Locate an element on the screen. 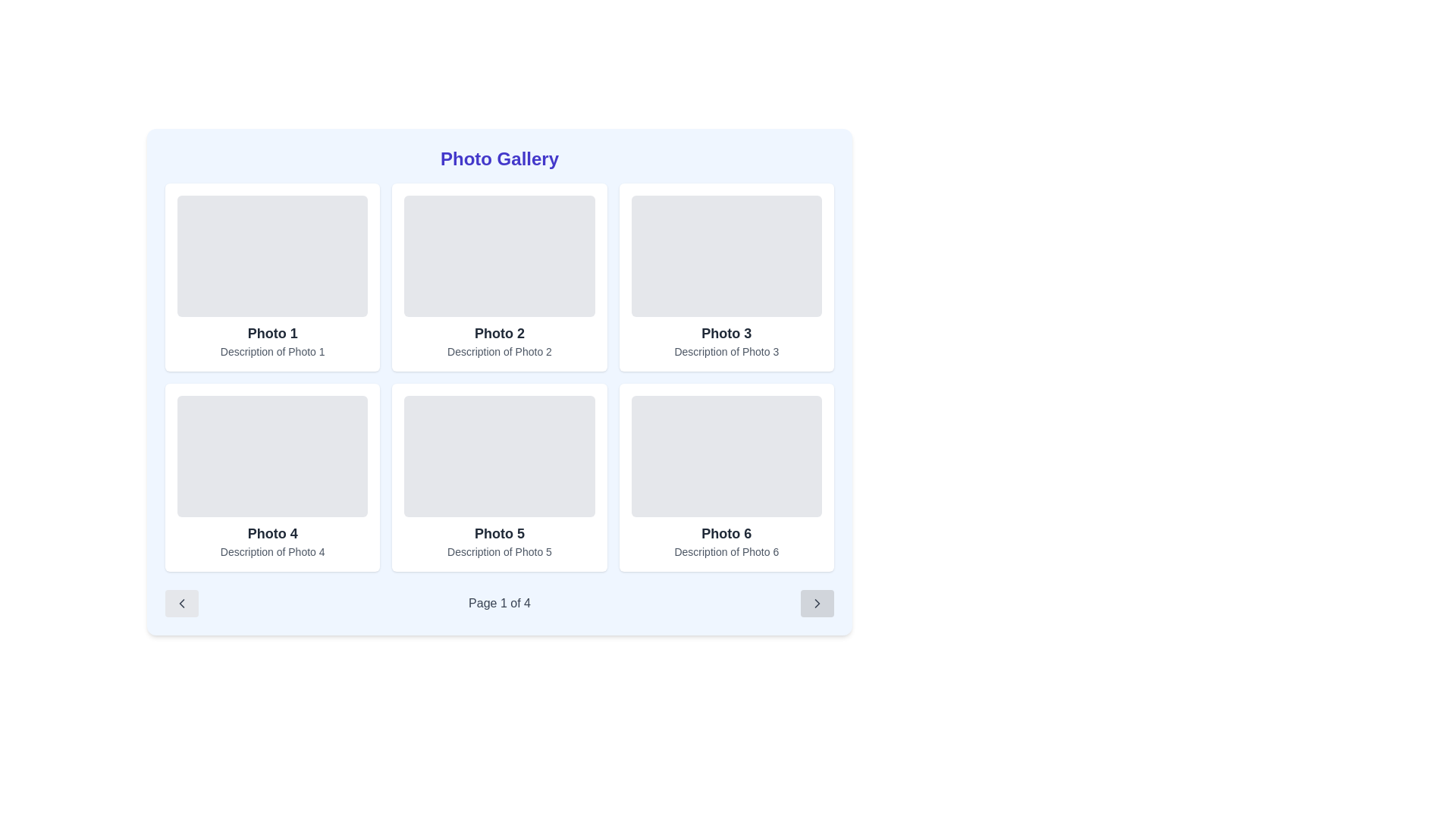 The image size is (1456, 819). the disabled previous page icon located at the bottom-left of the photo gallery interface is located at coordinates (182, 602).